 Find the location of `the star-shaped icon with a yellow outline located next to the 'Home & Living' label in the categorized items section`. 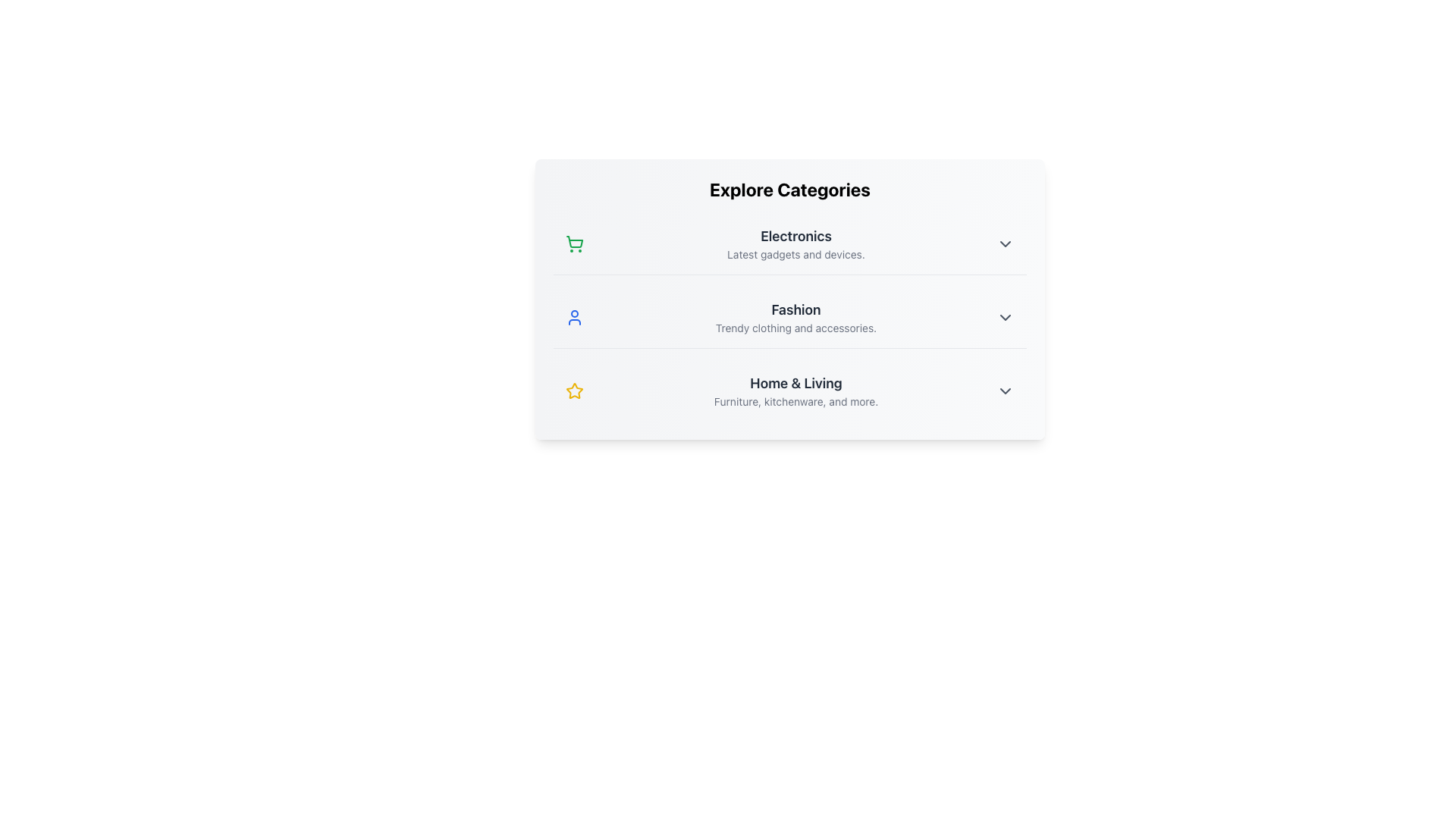

the star-shaped icon with a yellow outline located next to the 'Home & Living' label in the categorized items section is located at coordinates (574, 390).